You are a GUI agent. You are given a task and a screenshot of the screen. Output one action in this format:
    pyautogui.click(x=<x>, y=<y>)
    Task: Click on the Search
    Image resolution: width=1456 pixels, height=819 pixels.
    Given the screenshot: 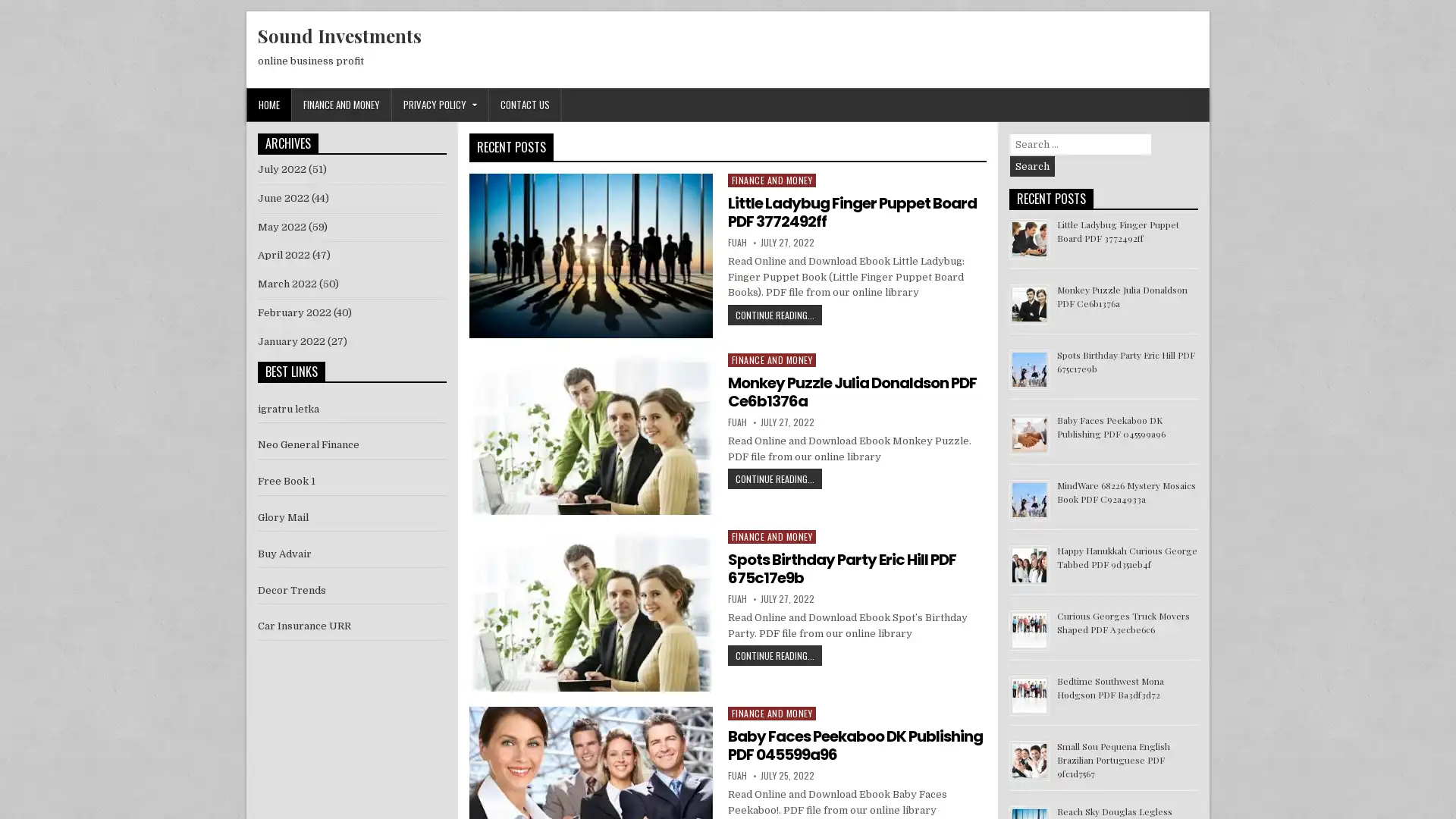 What is the action you would take?
    pyautogui.click(x=1031, y=166)
    